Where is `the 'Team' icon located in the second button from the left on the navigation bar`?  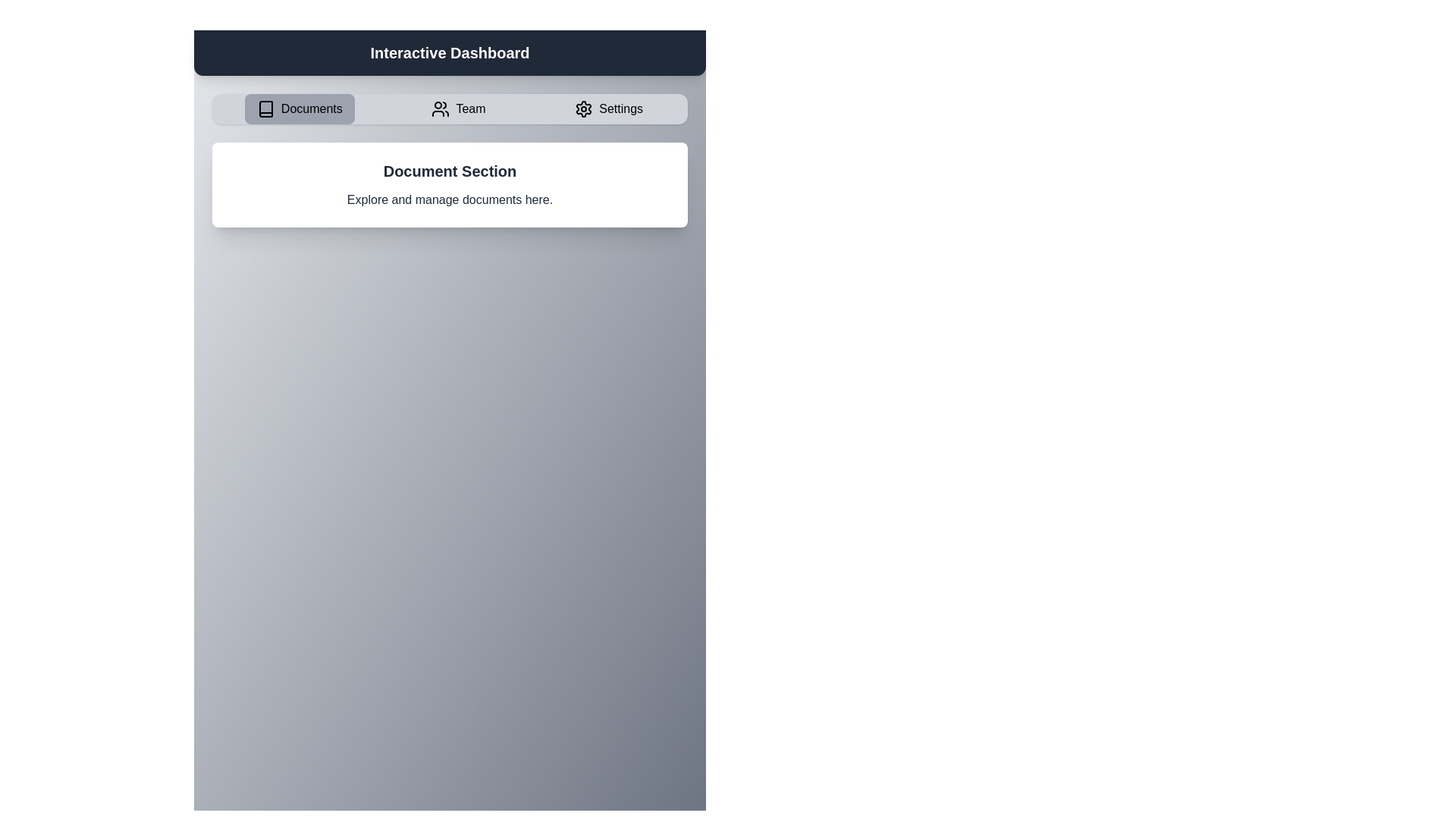 the 'Team' icon located in the second button from the left on the navigation bar is located at coordinates (440, 108).